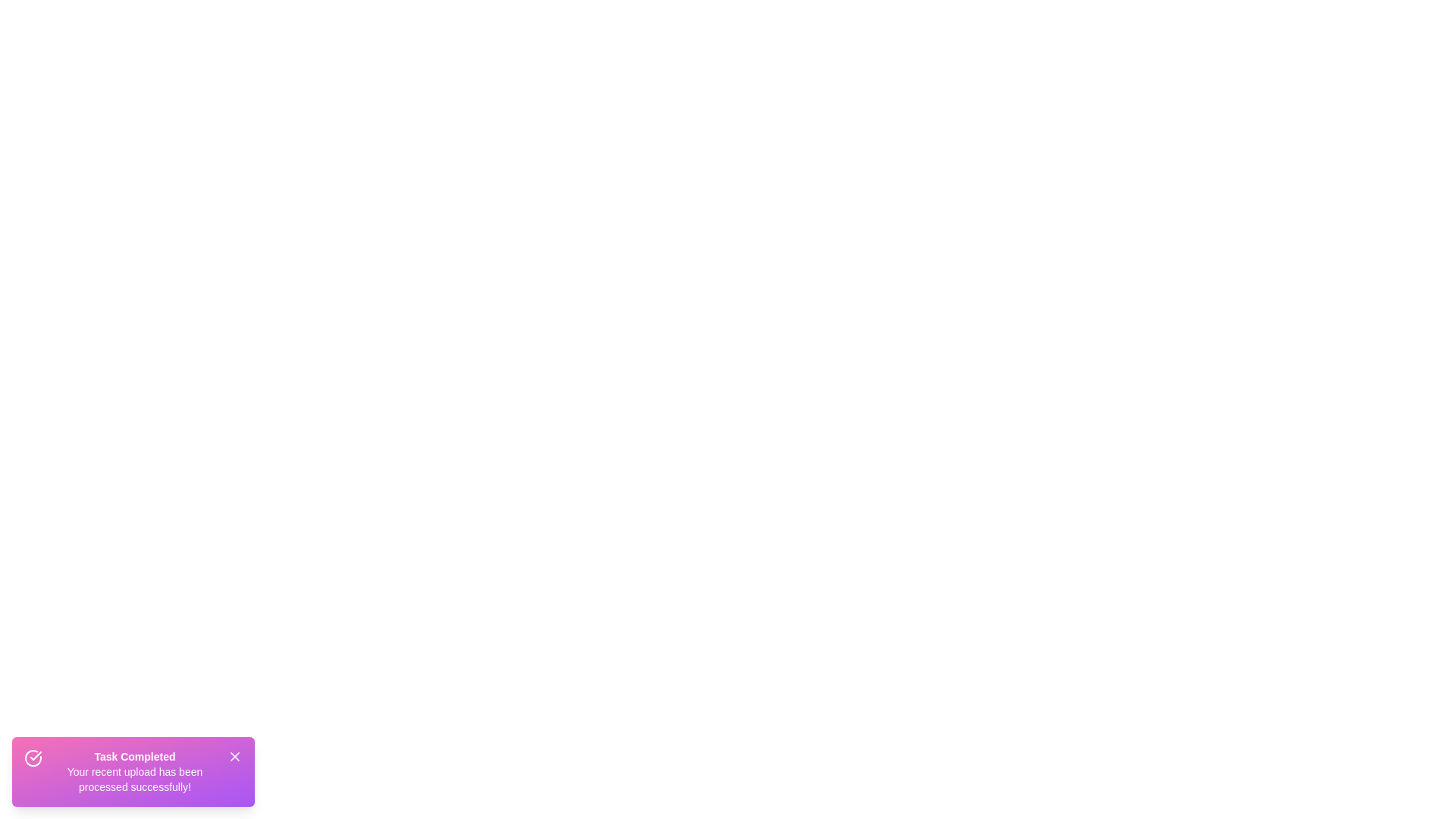 The image size is (1456, 819). What do you see at coordinates (33, 758) in the screenshot?
I see `the checkmark icon in the snackbar` at bounding box center [33, 758].